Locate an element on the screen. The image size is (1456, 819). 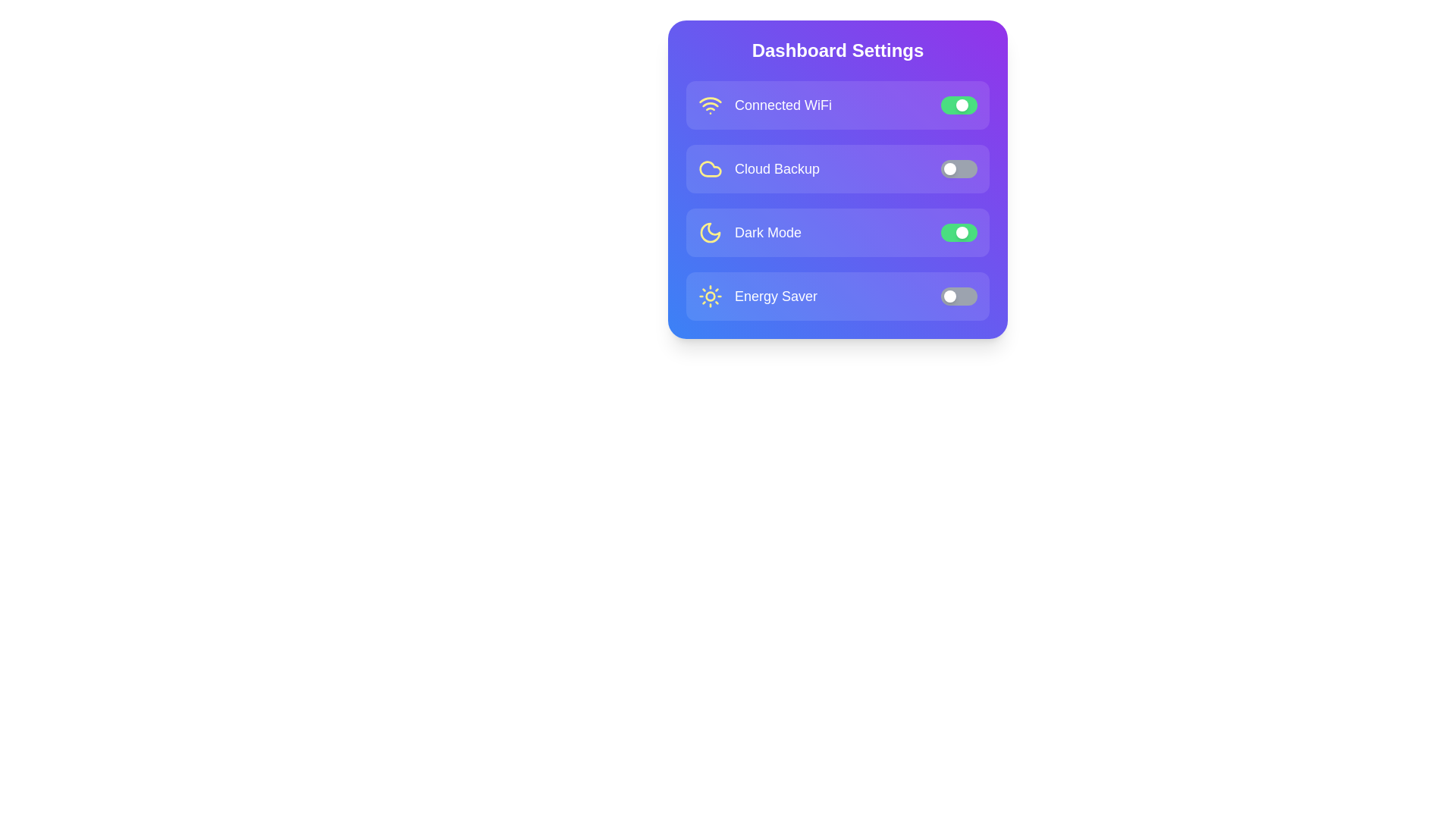
the setting Connected WiFi by clicking its toggle button is located at coordinates (959, 104).